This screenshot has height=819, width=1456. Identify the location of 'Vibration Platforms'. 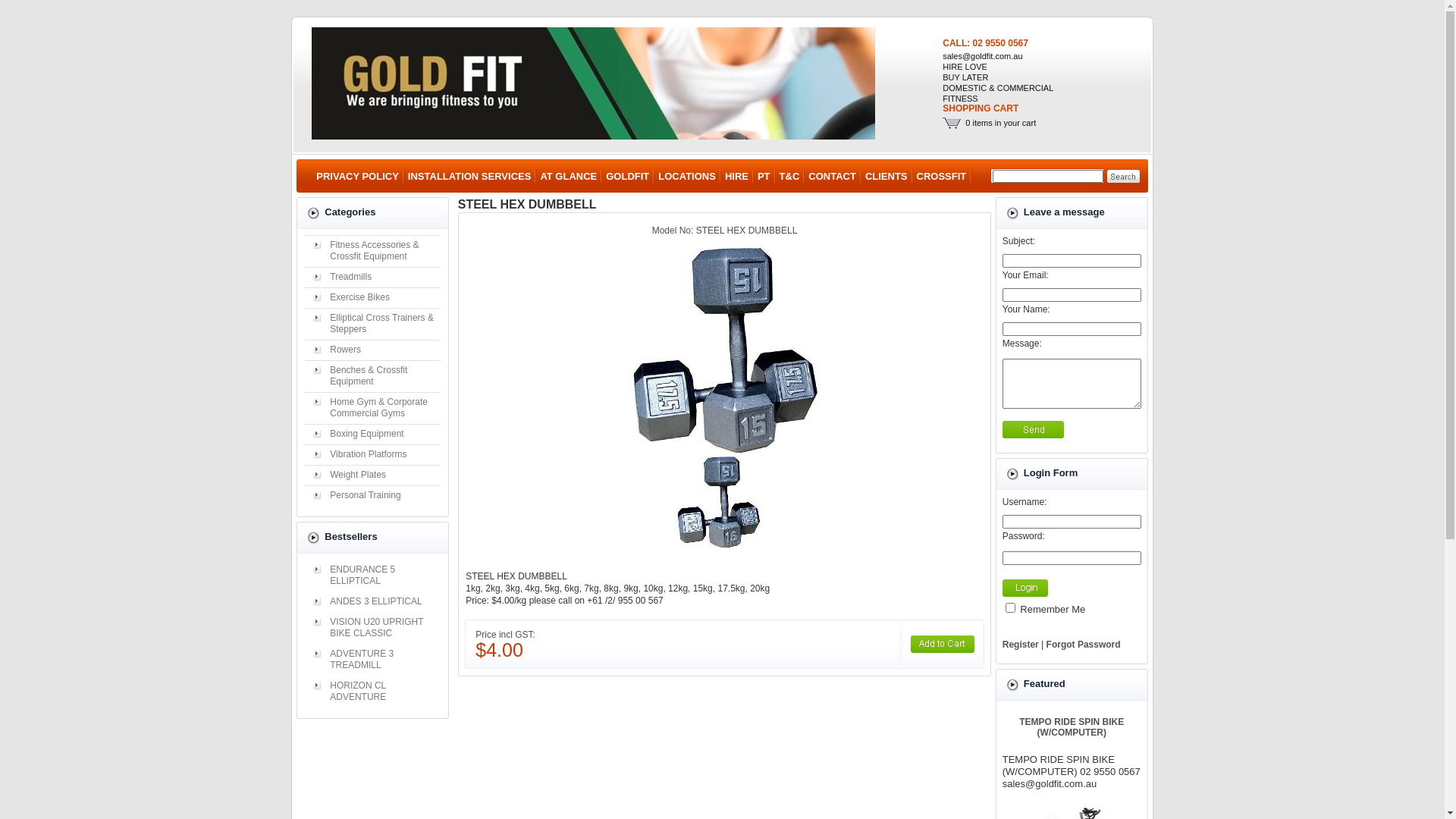
(372, 453).